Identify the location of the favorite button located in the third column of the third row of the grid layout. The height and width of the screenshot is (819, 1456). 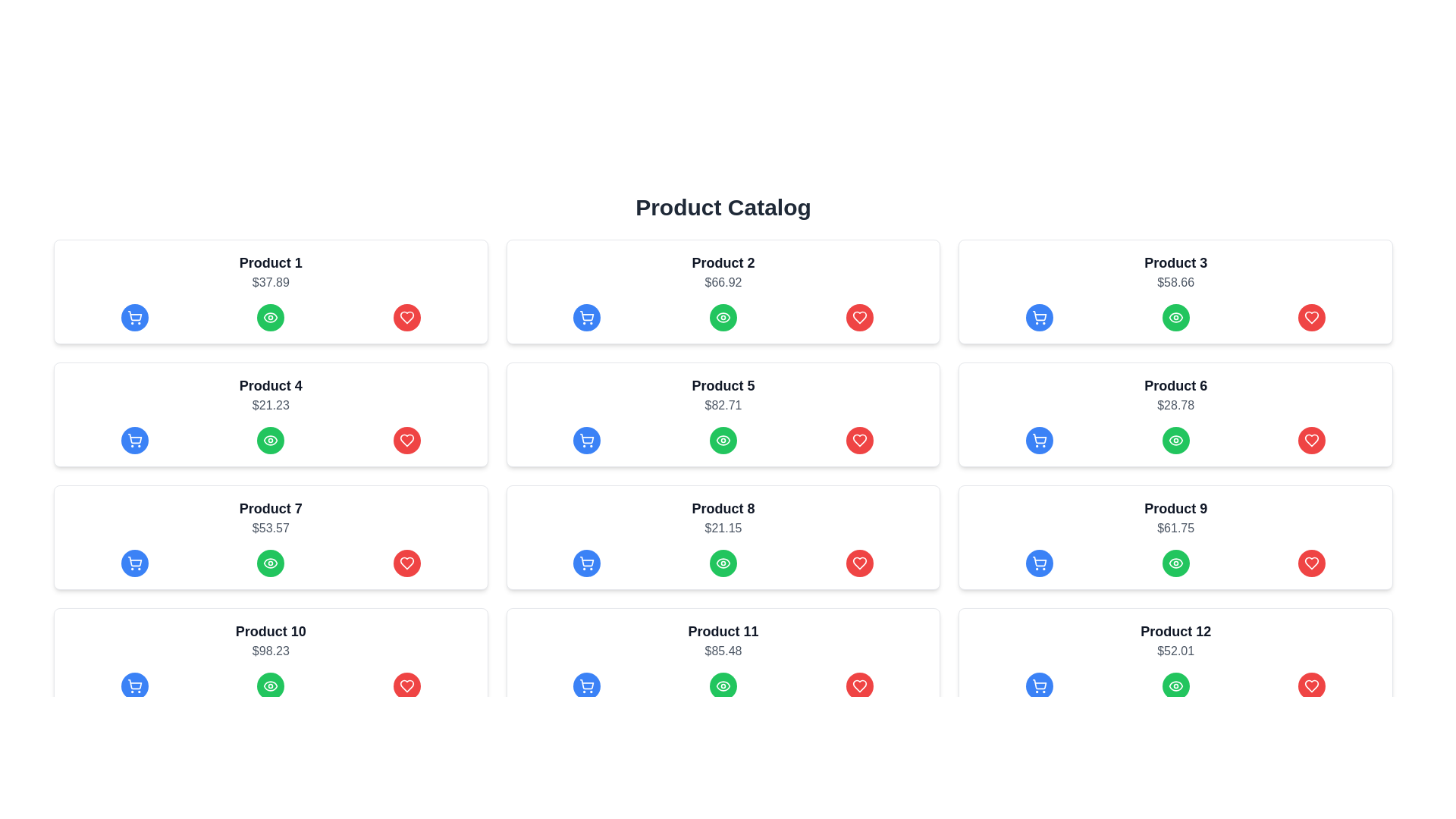
(859, 563).